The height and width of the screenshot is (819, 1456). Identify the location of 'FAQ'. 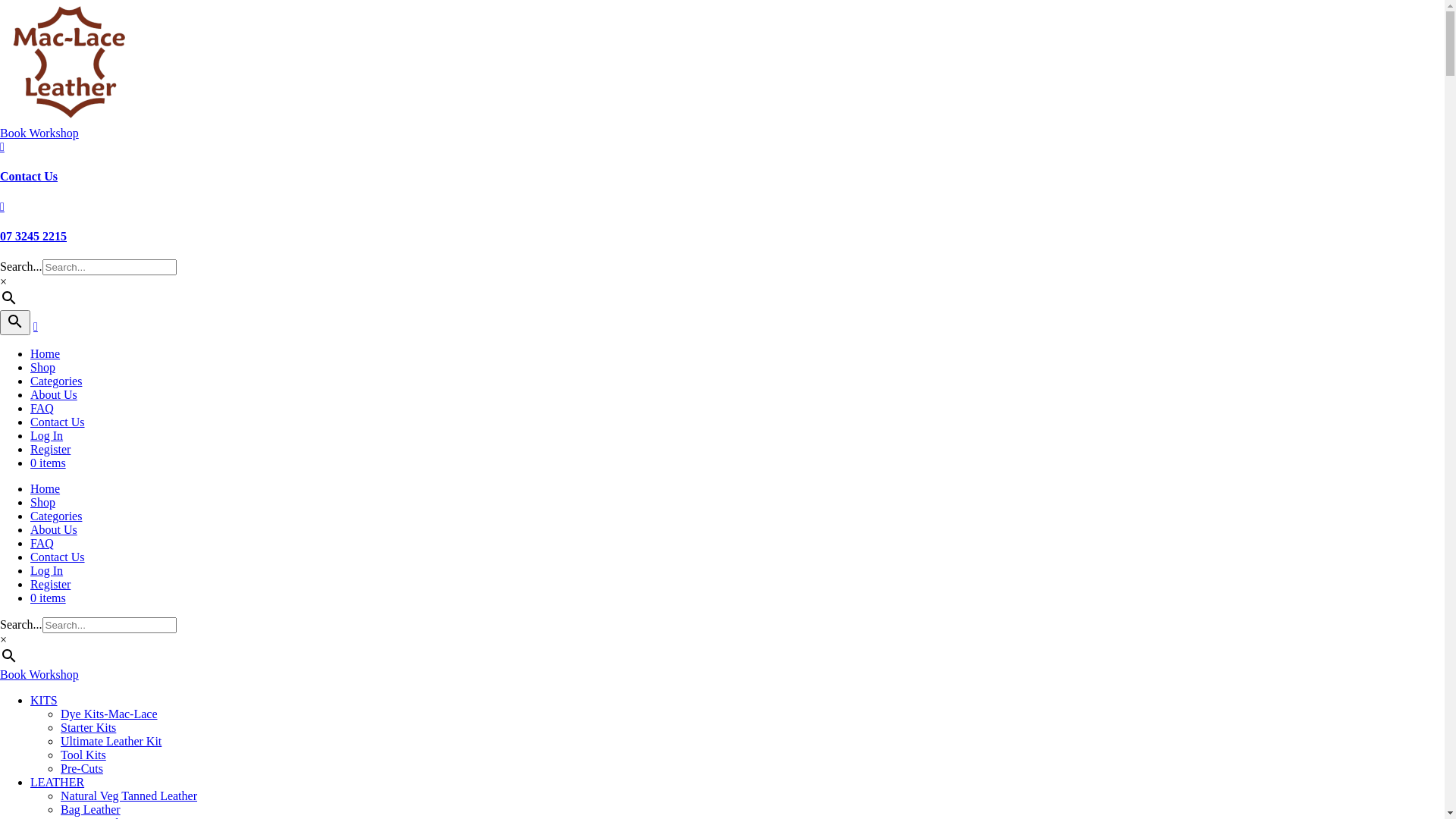
(42, 542).